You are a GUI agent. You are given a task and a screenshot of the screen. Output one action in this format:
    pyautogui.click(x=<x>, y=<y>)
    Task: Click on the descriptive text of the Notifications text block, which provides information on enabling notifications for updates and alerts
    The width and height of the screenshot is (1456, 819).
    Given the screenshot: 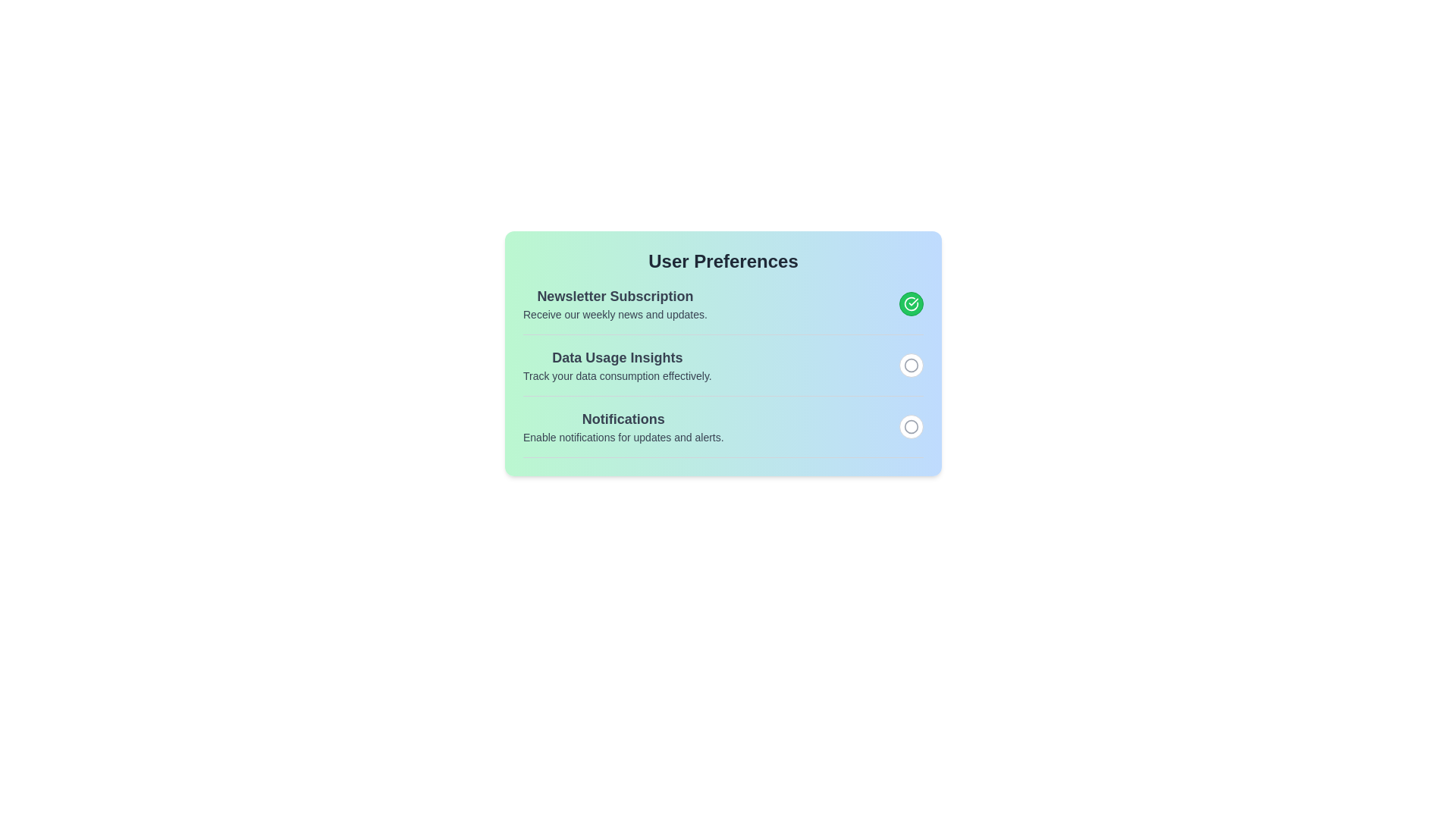 What is the action you would take?
    pyautogui.click(x=623, y=427)
    